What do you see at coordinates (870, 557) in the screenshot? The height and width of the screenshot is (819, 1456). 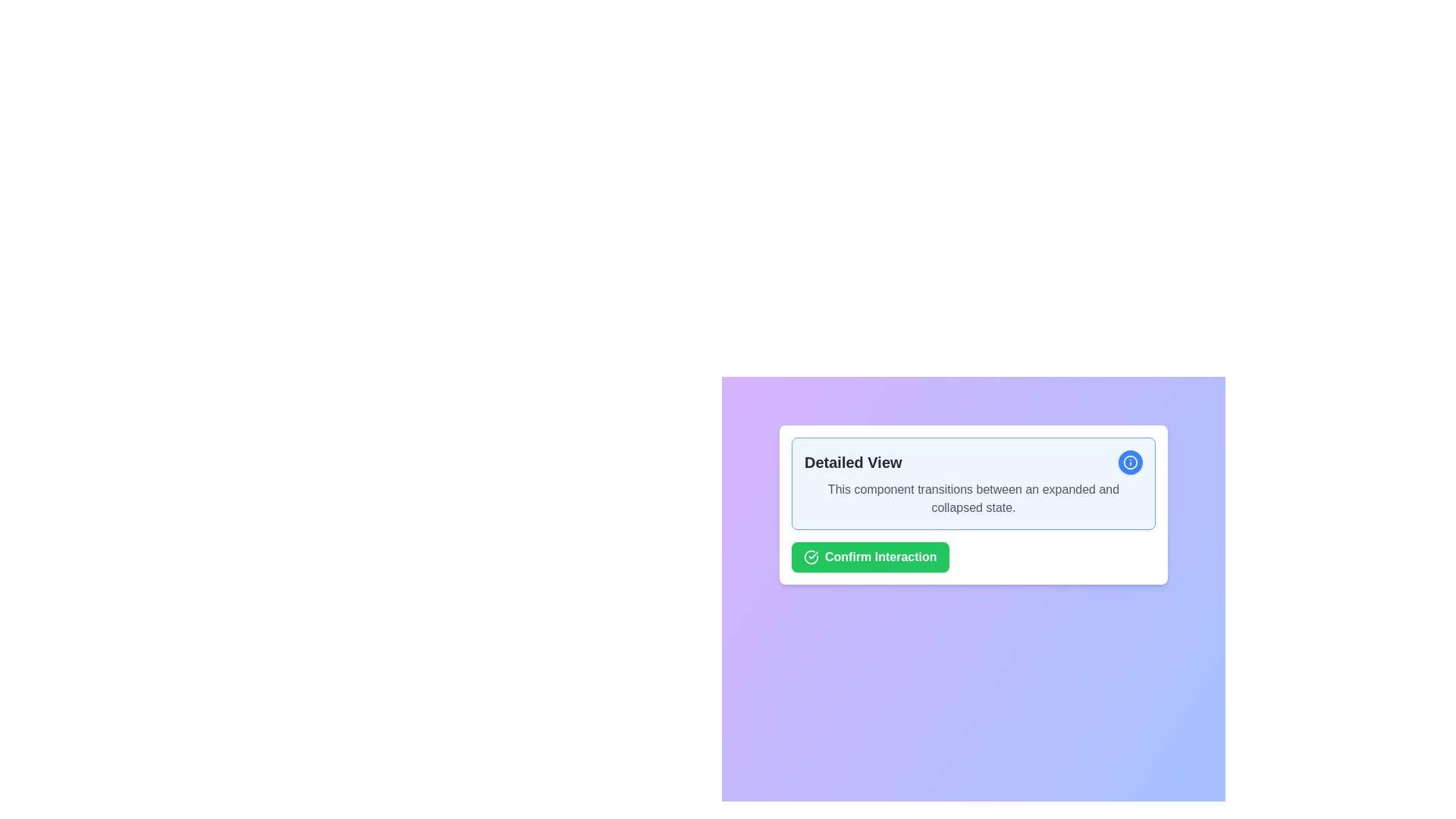 I see `the confirmation button located at the bottom of the white card to confirm the action` at bounding box center [870, 557].